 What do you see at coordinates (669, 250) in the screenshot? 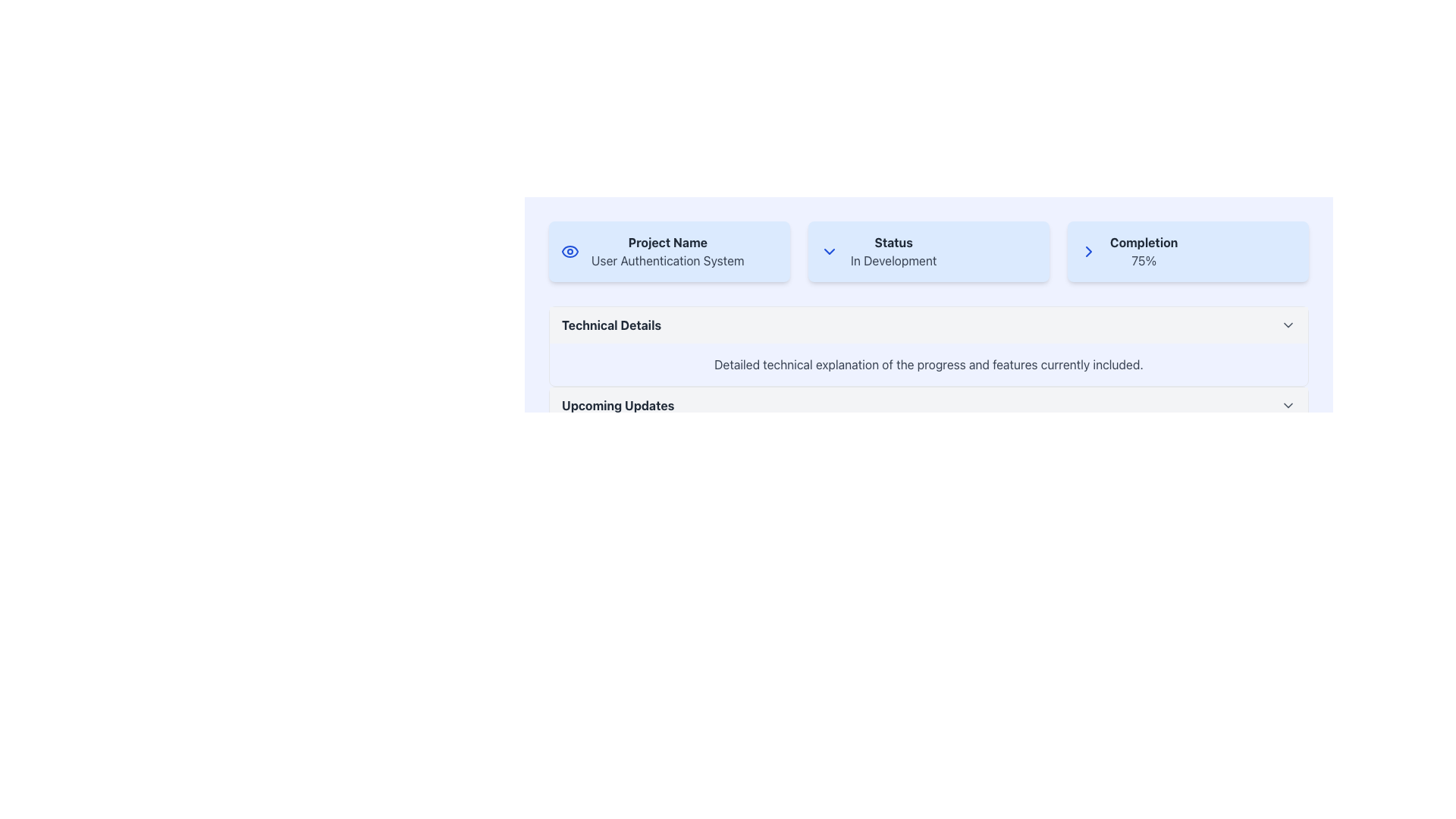
I see `title and description from the Information Card displaying the overview of the 'User Authentication System' project, which is the first card in a row of three similar cards` at bounding box center [669, 250].